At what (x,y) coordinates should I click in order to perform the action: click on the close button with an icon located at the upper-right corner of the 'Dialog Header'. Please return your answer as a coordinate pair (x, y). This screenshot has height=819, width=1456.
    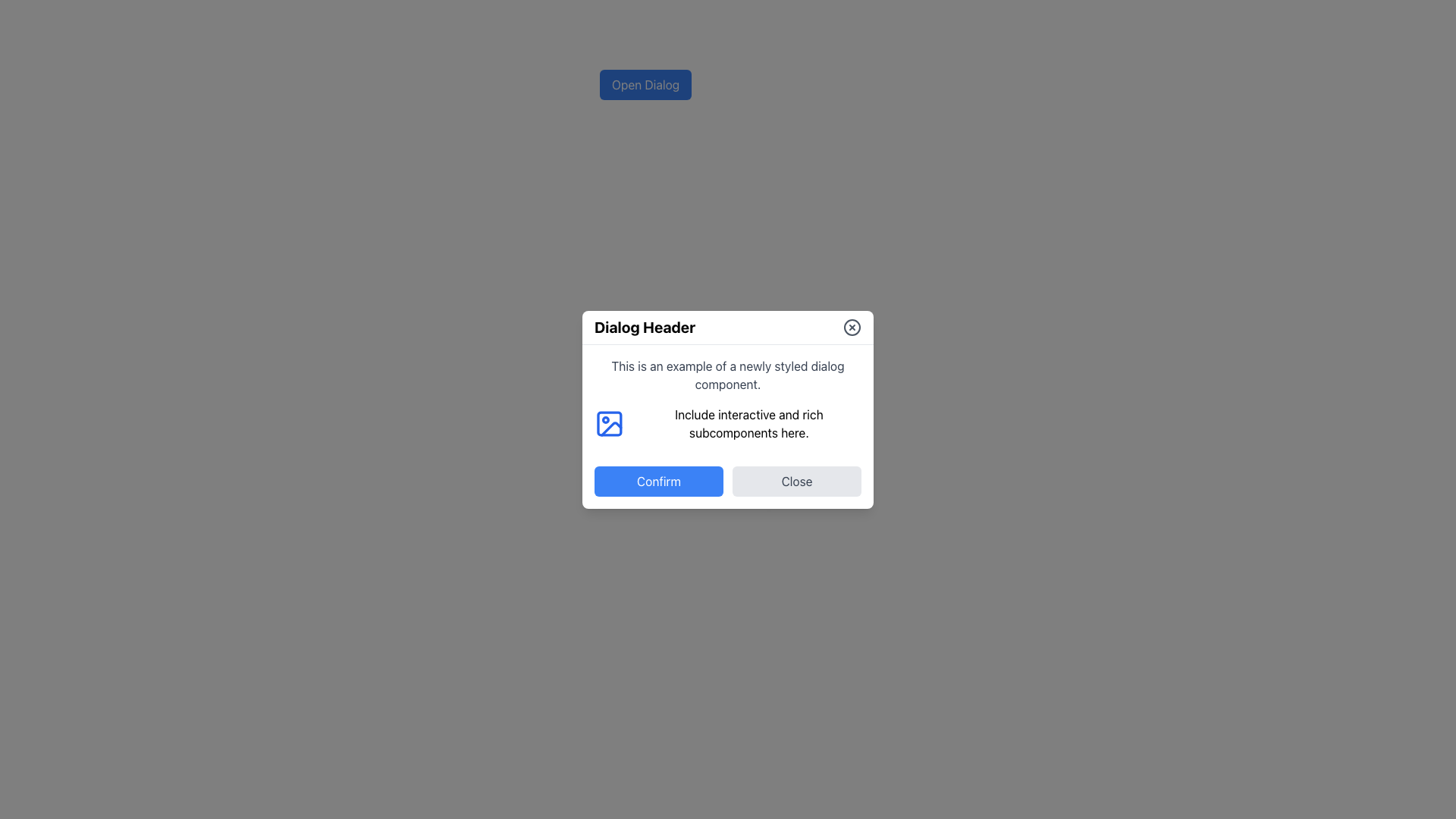
    Looking at the image, I should click on (852, 326).